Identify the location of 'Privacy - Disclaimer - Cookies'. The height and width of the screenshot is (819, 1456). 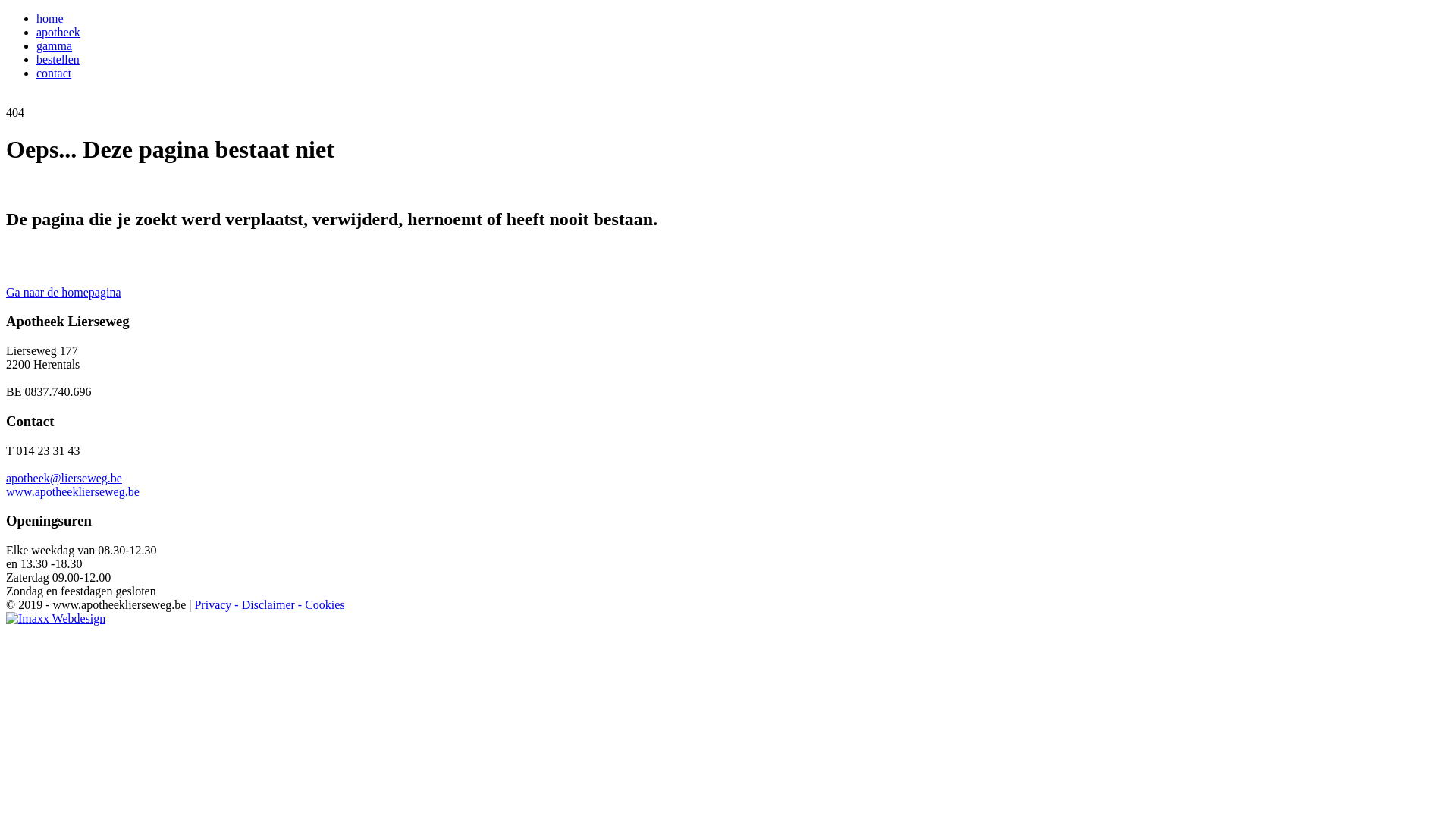
(269, 604).